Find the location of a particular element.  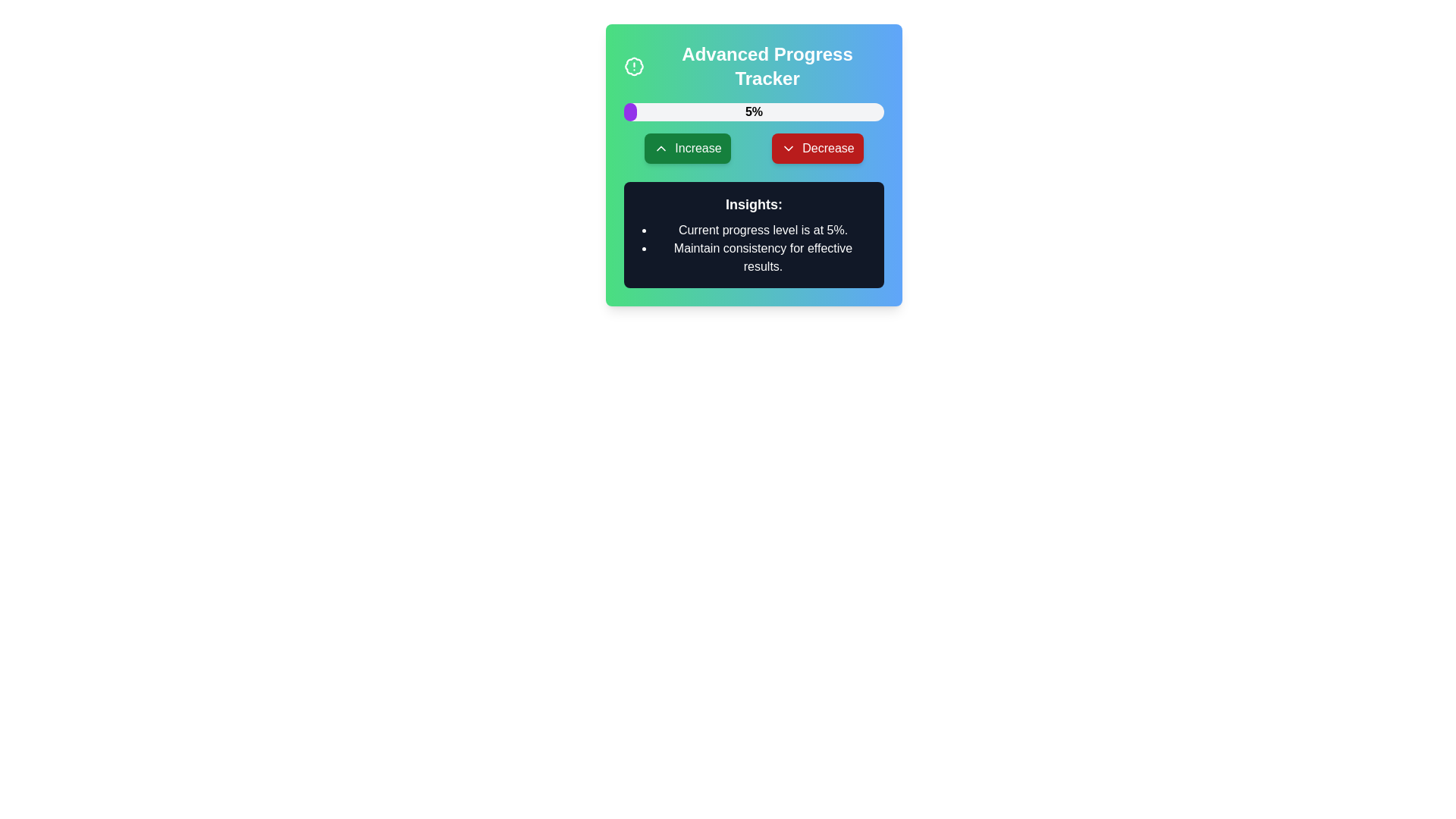

the interactive 'Decrease' button icon located towards the left side of the button, aligned with the text 'Decrease' is located at coordinates (789, 149).